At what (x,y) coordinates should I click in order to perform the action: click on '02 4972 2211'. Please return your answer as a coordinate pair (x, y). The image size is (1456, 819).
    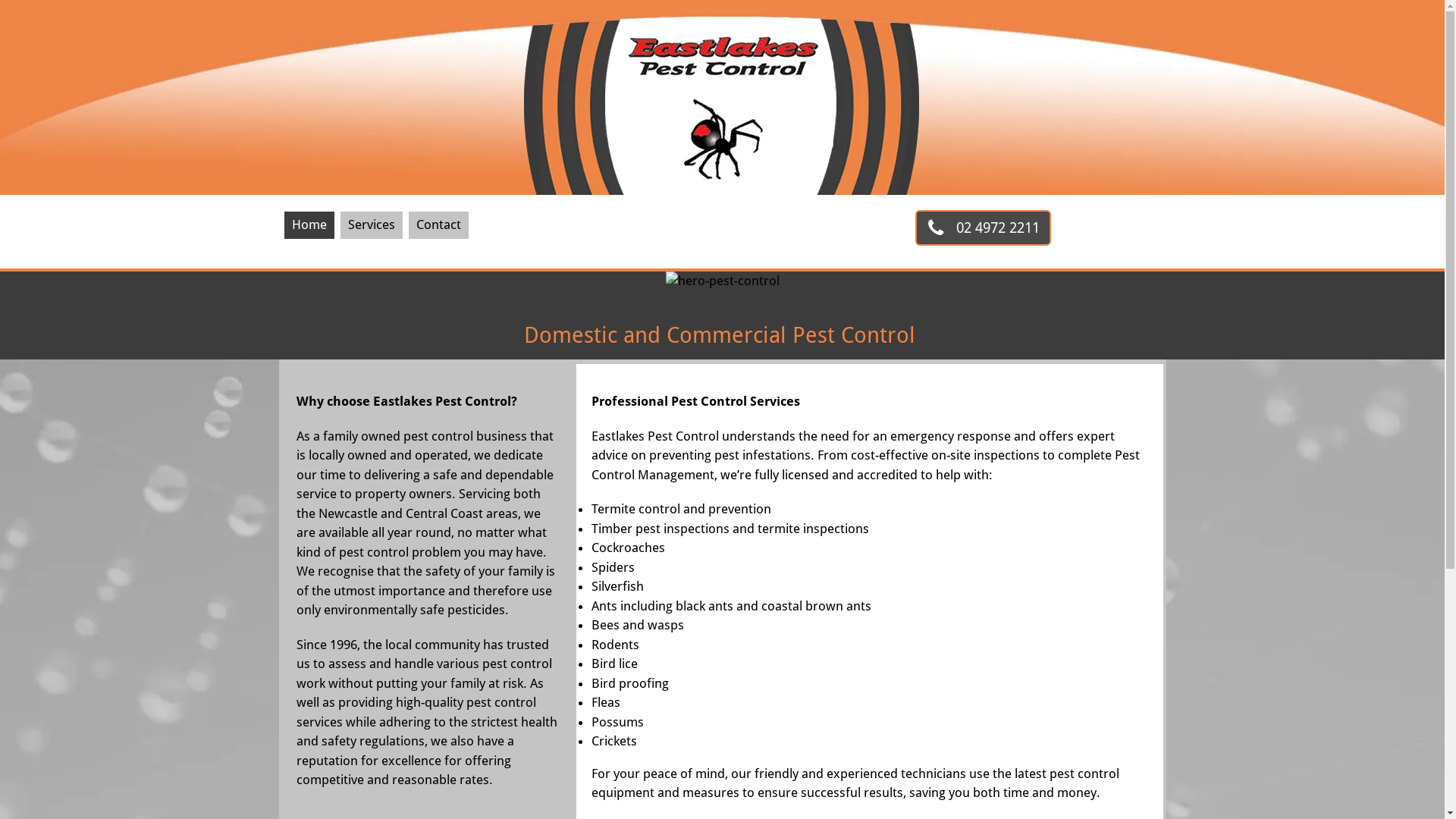
    Looking at the image, I should click on (982, 227).